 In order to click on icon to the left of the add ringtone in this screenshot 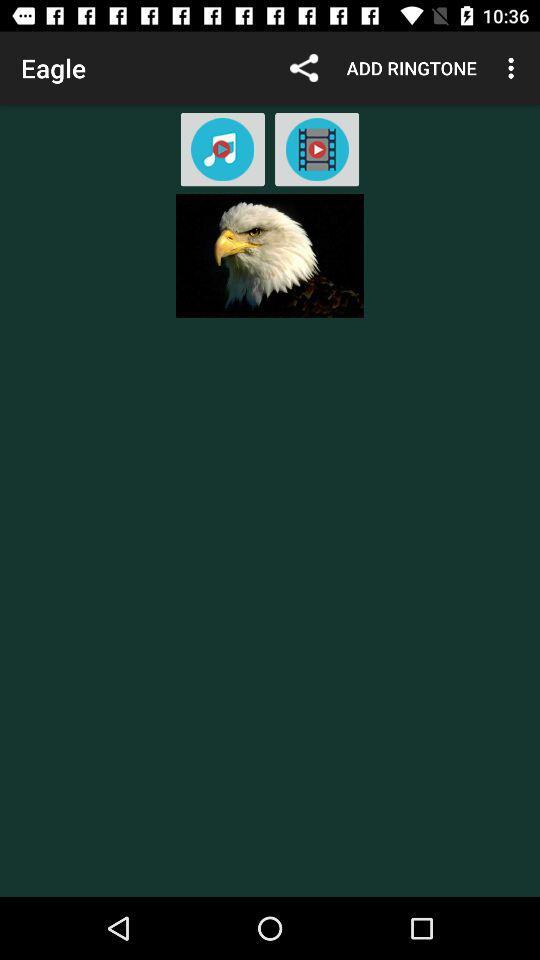, I will do `click(303, 68)`.